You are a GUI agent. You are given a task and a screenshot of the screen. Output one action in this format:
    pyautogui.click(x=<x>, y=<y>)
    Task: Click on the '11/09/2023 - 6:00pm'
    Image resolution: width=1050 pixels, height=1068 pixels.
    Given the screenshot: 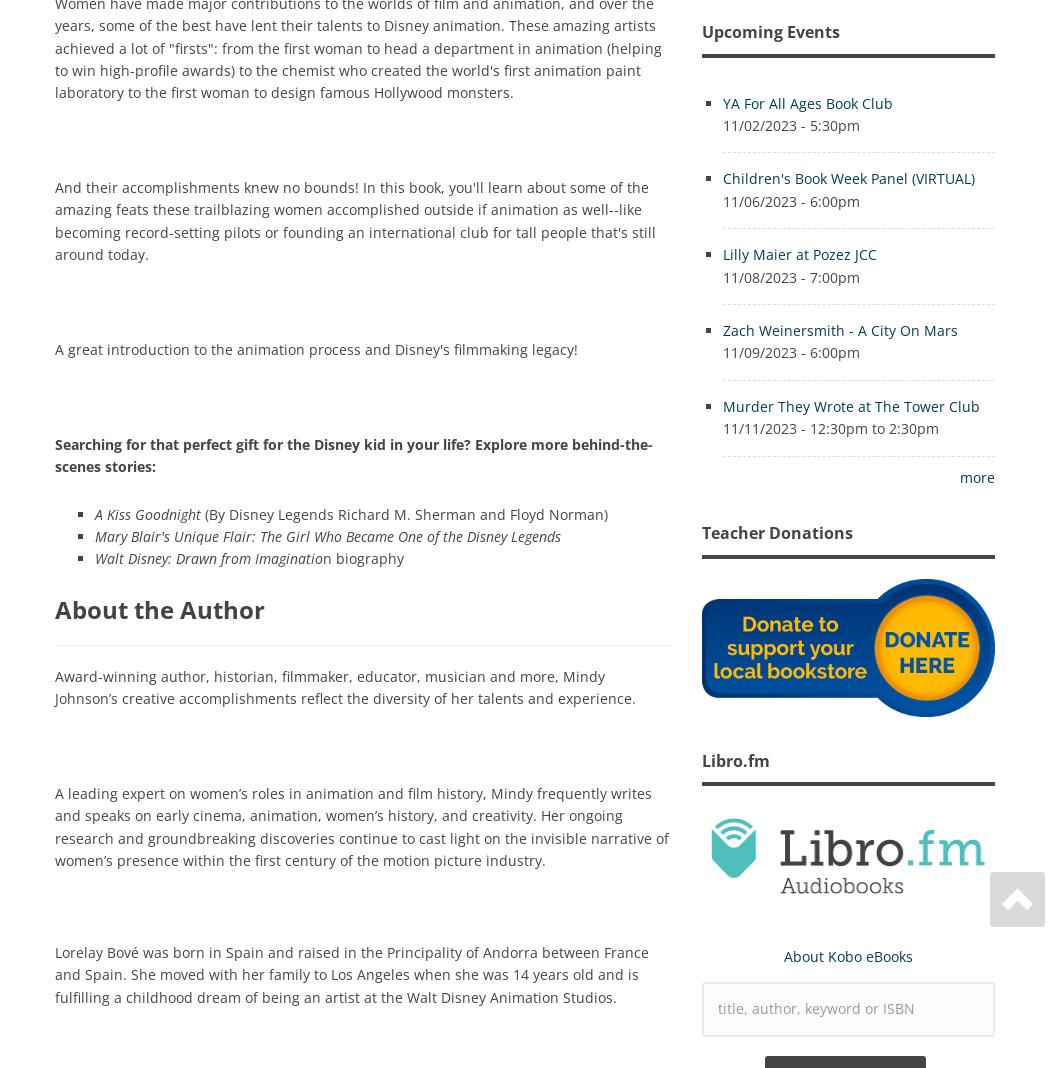 What is the action you would take?
    pyautogui.click(x=789, y=351)
    